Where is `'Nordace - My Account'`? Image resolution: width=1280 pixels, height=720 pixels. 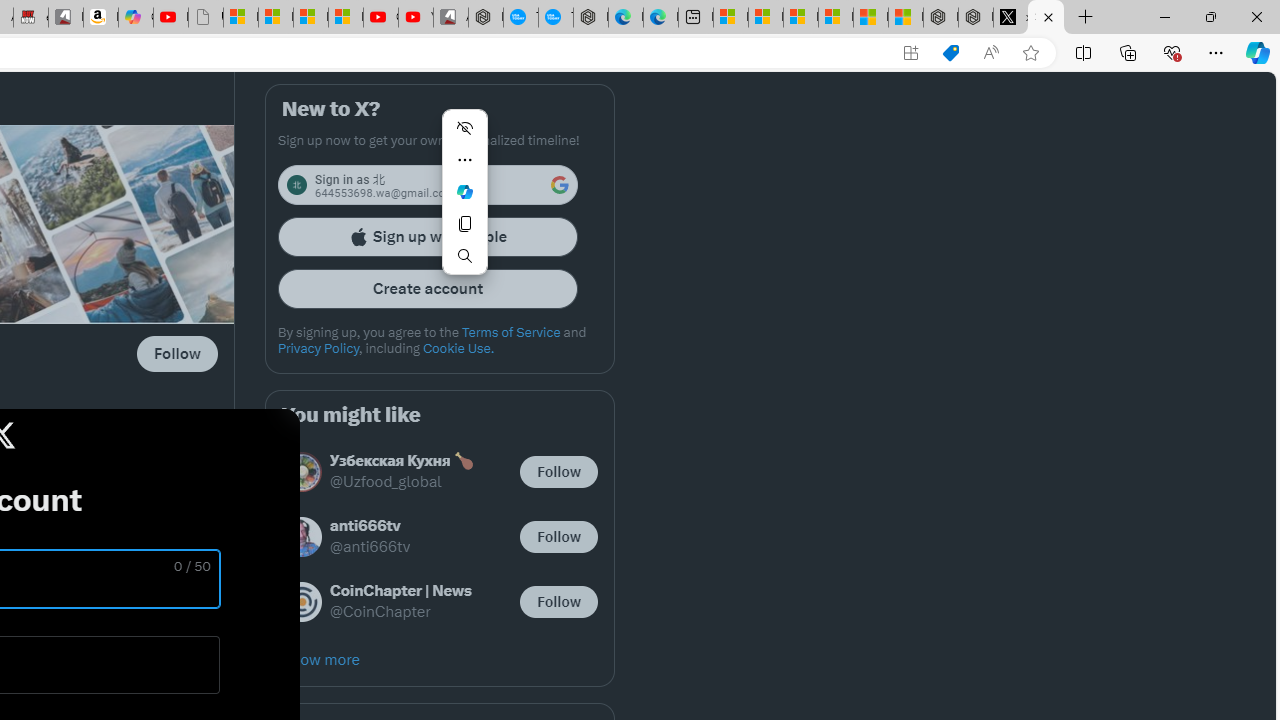
'Nordace - My Account' is located at coordinates (485, 17).